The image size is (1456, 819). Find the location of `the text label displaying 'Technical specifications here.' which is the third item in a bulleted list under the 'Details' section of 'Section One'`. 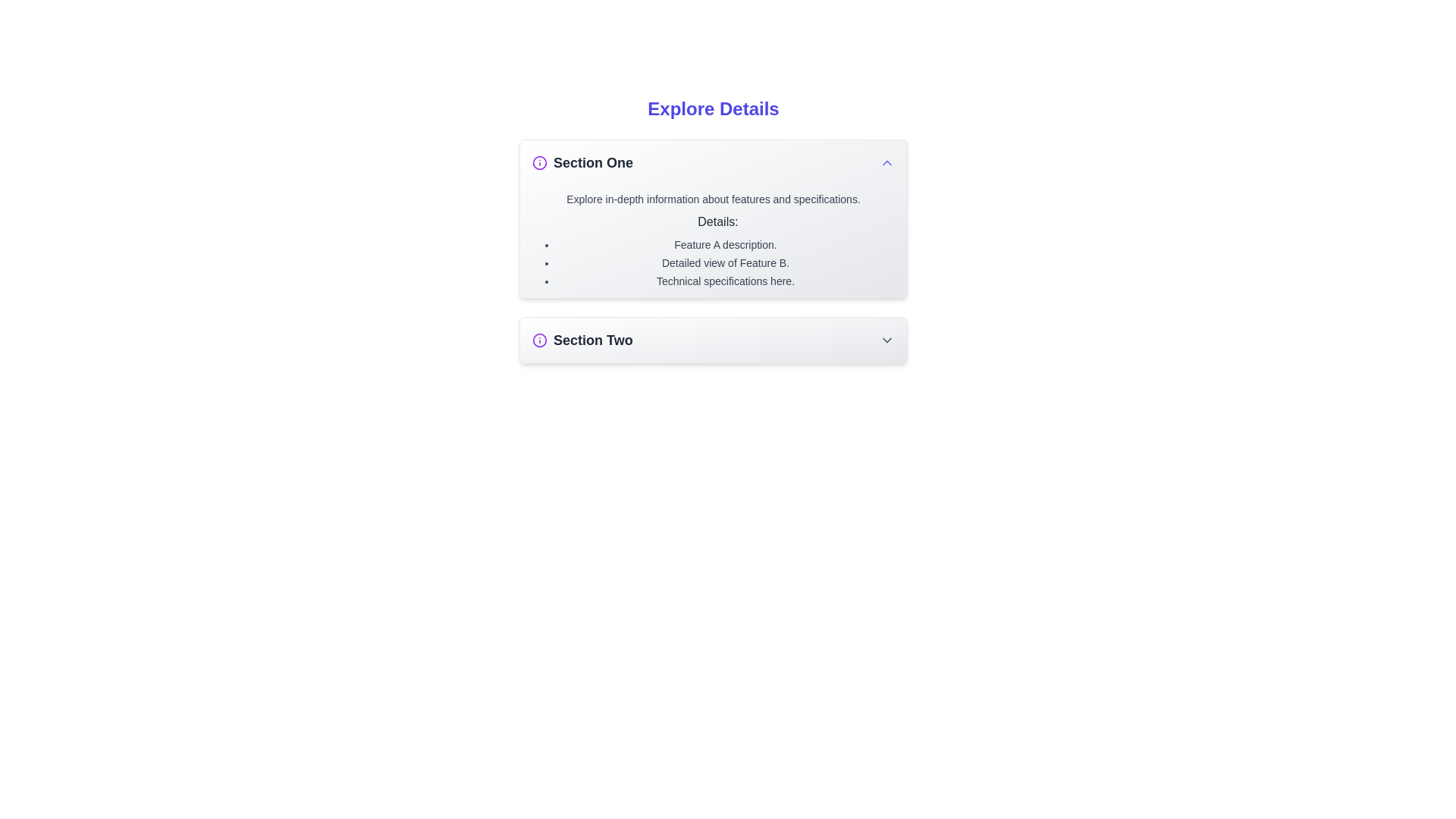

the text label displaying 'Technical specifications here.' which is the third item in a bulleted list under the 'Details' section of 'Section One' is located at coordinates (724, 283).